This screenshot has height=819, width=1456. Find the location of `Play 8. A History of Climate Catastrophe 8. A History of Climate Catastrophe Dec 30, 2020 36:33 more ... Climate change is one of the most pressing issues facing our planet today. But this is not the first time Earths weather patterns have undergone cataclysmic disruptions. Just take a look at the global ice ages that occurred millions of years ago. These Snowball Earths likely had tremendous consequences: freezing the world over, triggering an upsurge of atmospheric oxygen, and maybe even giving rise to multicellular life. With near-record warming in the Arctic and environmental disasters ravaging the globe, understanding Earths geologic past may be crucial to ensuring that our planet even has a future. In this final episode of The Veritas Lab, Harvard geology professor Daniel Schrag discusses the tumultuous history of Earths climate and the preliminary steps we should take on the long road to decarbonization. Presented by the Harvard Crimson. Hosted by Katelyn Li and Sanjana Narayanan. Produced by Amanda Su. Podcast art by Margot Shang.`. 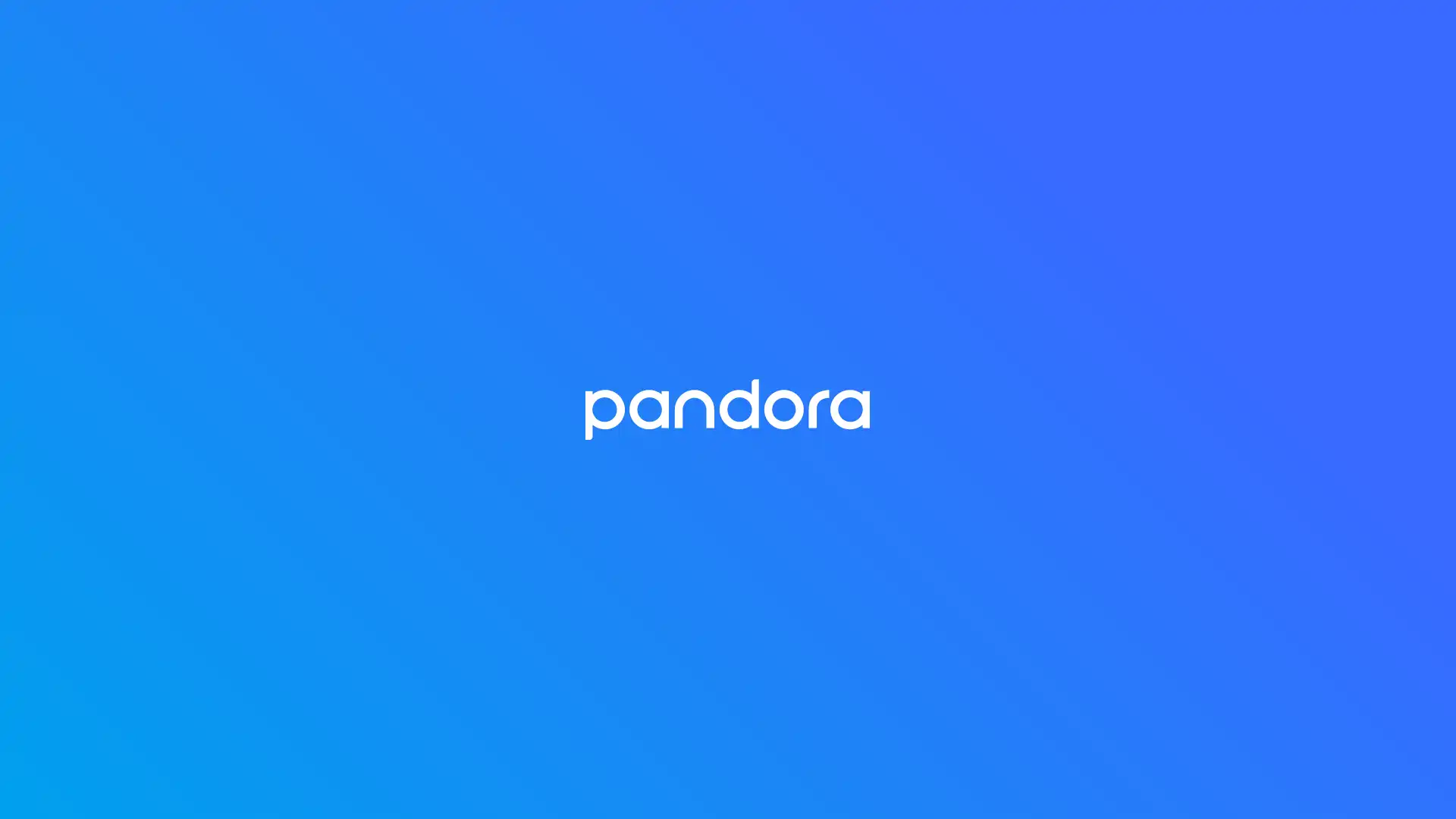

Play 8. A History of Climate Catastrophe 8. A History of Climate Catastrophe Dec 30, 2020 36:33 more ... Climate change is one of the most pressing issues facing our planet today. But this is not the first time Earths weather patterns have undergone cataclysmic disruptions. Just take a look at the global ice ages that occurred millions of years ago. These Snowball Earths likely had tremendous consequences: freezing the world over, triggering an upsurge of atmospheric oxygen, and maybe even giving rise to multicellular life. With near-record warming in the Arctic and environmental disasters ravaging the globe, understanding Earths geologic past may be crucial to ensuring that our planet even has a future. In this final episode of The Veritas Lab, Harvard geology professor Daniel Schrag discusses the tumultuous history of Earths climate and the preliminary steps we should take on the long road to decarbonization. Presented by the Harvard Crimson. Hosted by Katelyn Li and Sanjana Narayanan. Produced by Amanda Su. Podcast art by Margot Shang. is located at coordinates (974, 327).